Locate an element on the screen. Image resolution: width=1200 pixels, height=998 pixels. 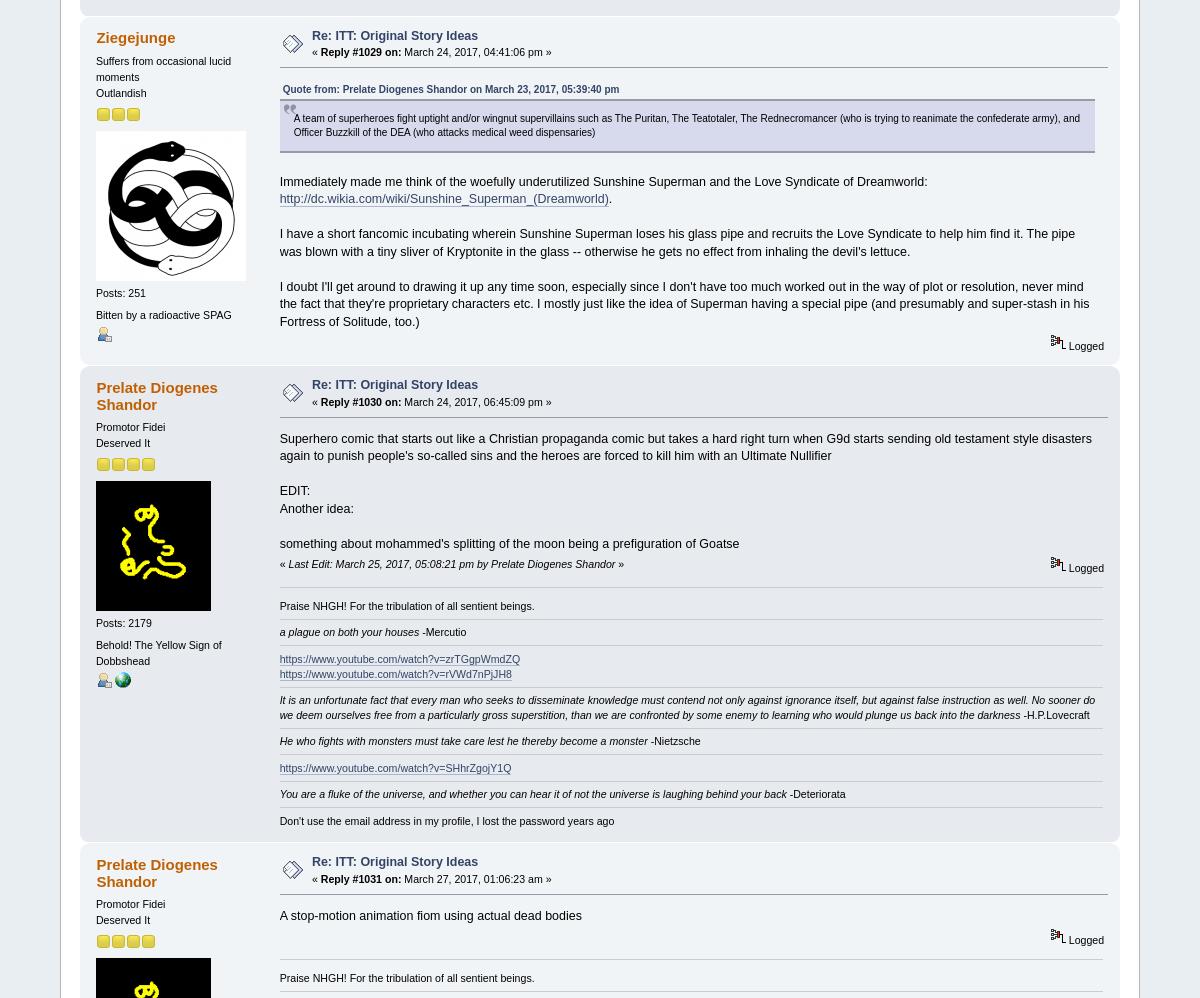
'Reply #1029 on:' is located at coordinates (360, 50).